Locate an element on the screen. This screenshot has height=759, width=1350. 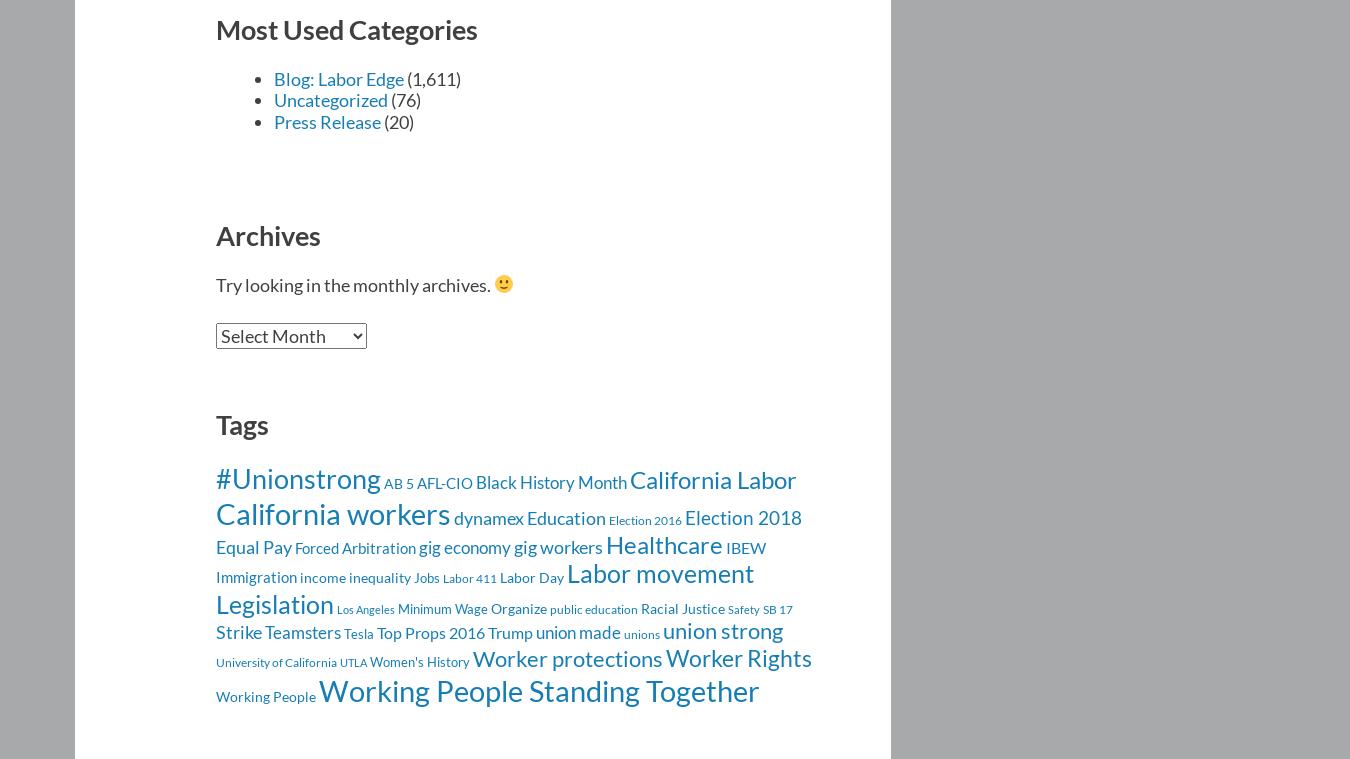
'Uncategorized' is located at coordinates (330, 99).